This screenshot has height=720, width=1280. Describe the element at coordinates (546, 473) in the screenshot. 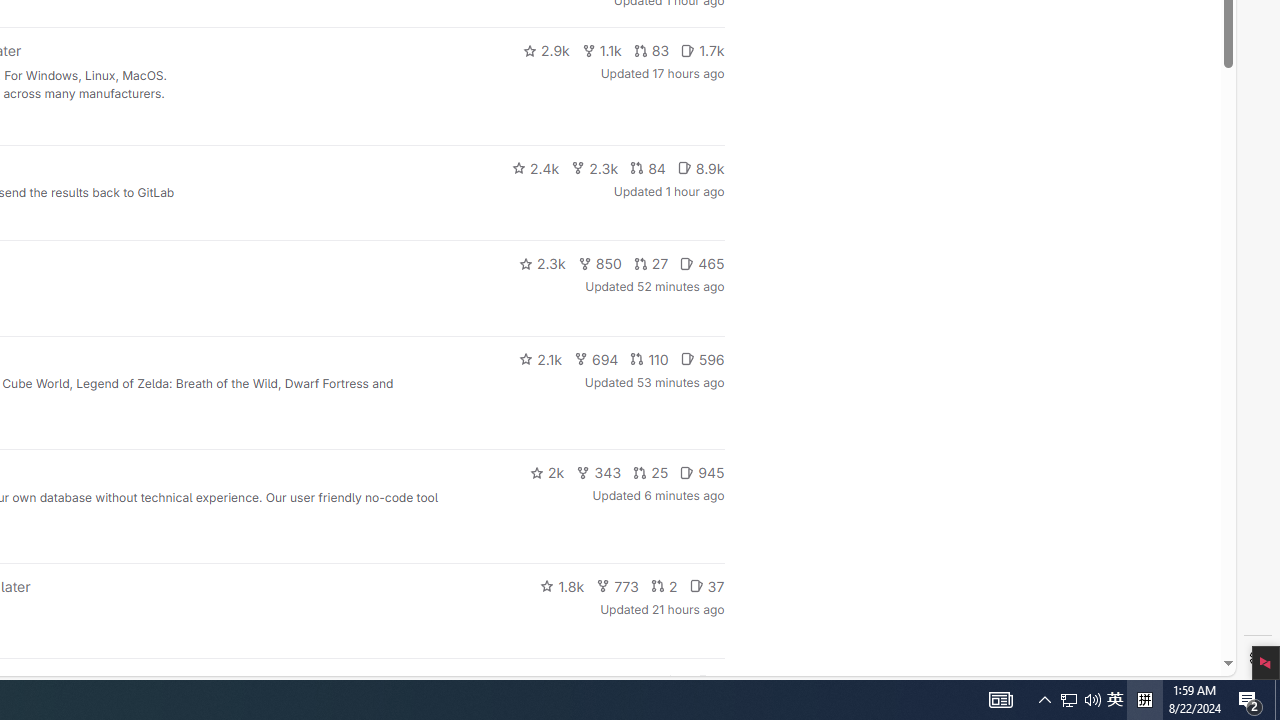

I see `'2k'` at that location.